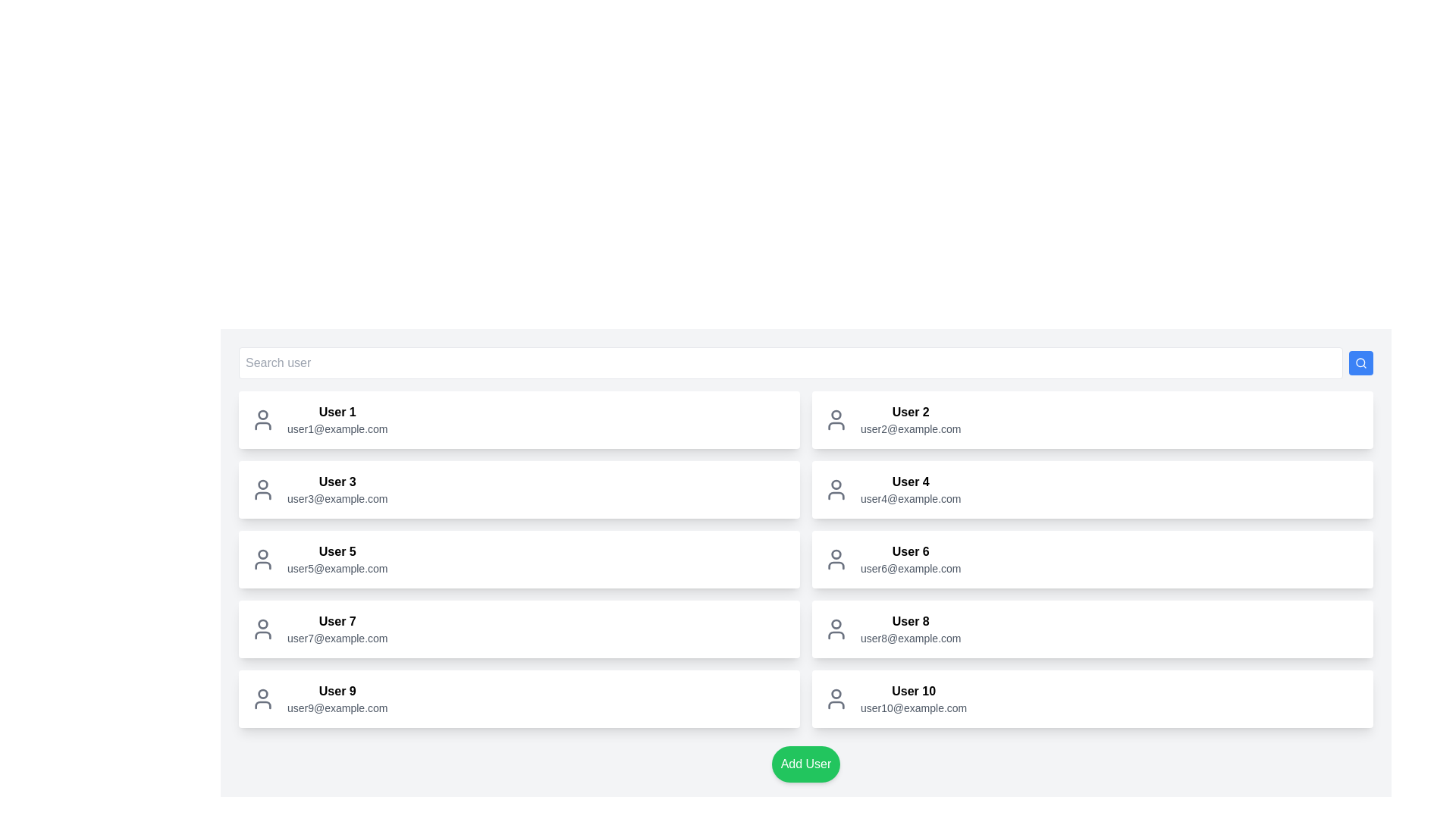 This screenshot has height=819, width=1456. Describe the element at coordinates (262, 496) in the screenshot. I see `the lower half of the user icon, which is a gray rounded silhouette to the left of the text 'User 3'` at that location.